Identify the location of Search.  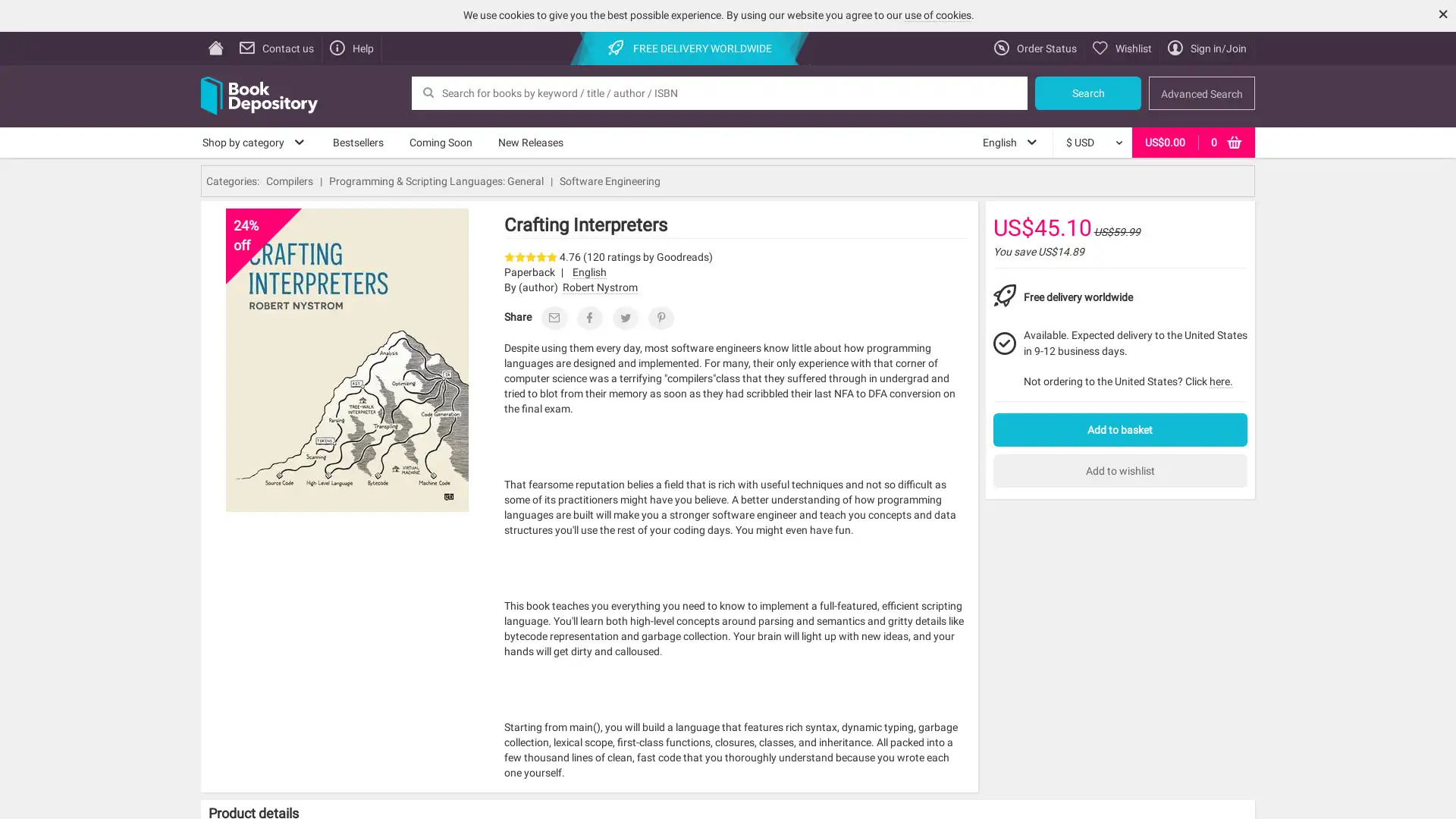
(1087, 93).